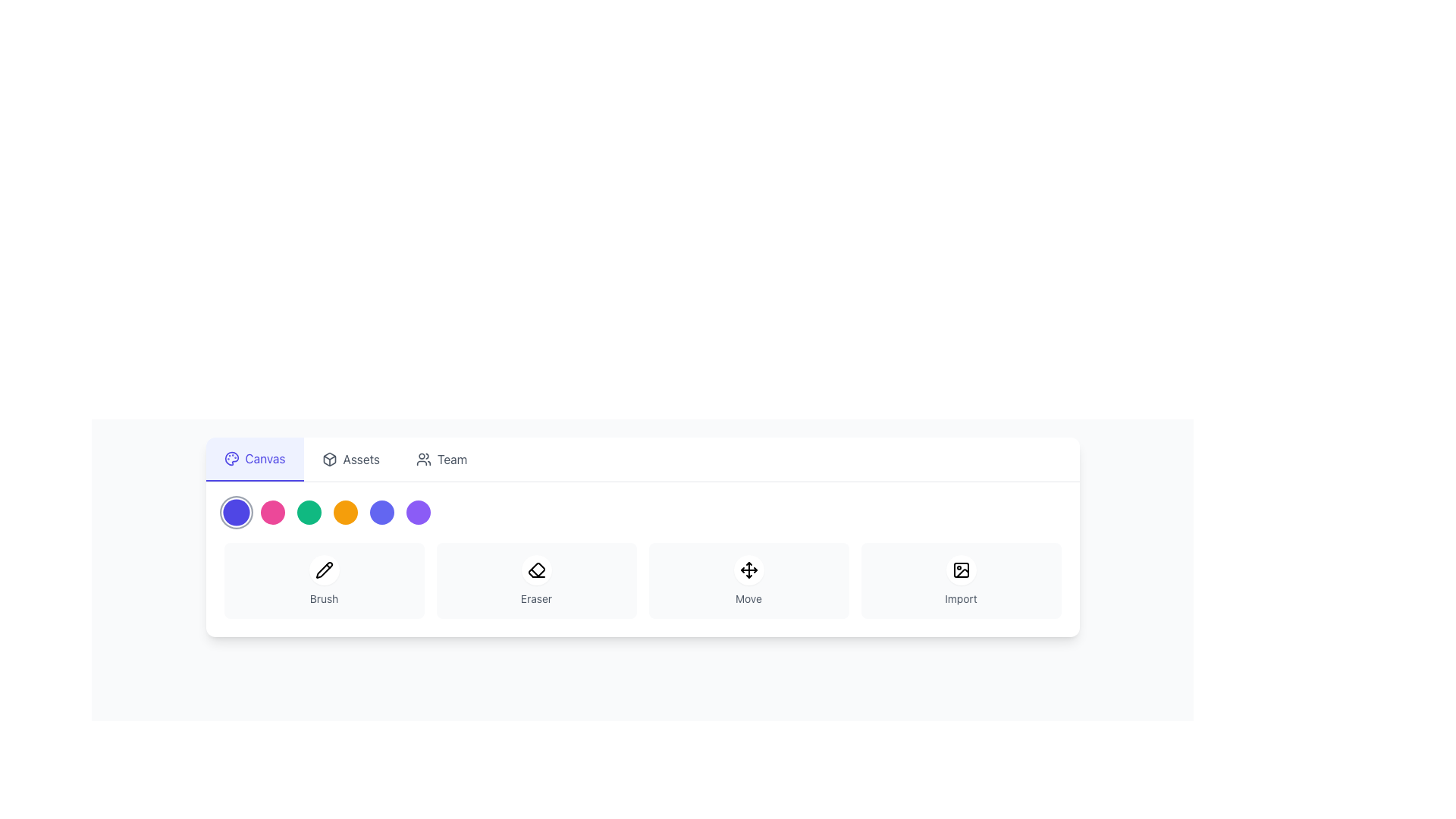 The image size is (1456, 819). I want to click on the 'Assets' navigation tab button, which is the second tab in the horizontal navigation bar, featuring a geometric box icon and gray text color, so click(350, 458).